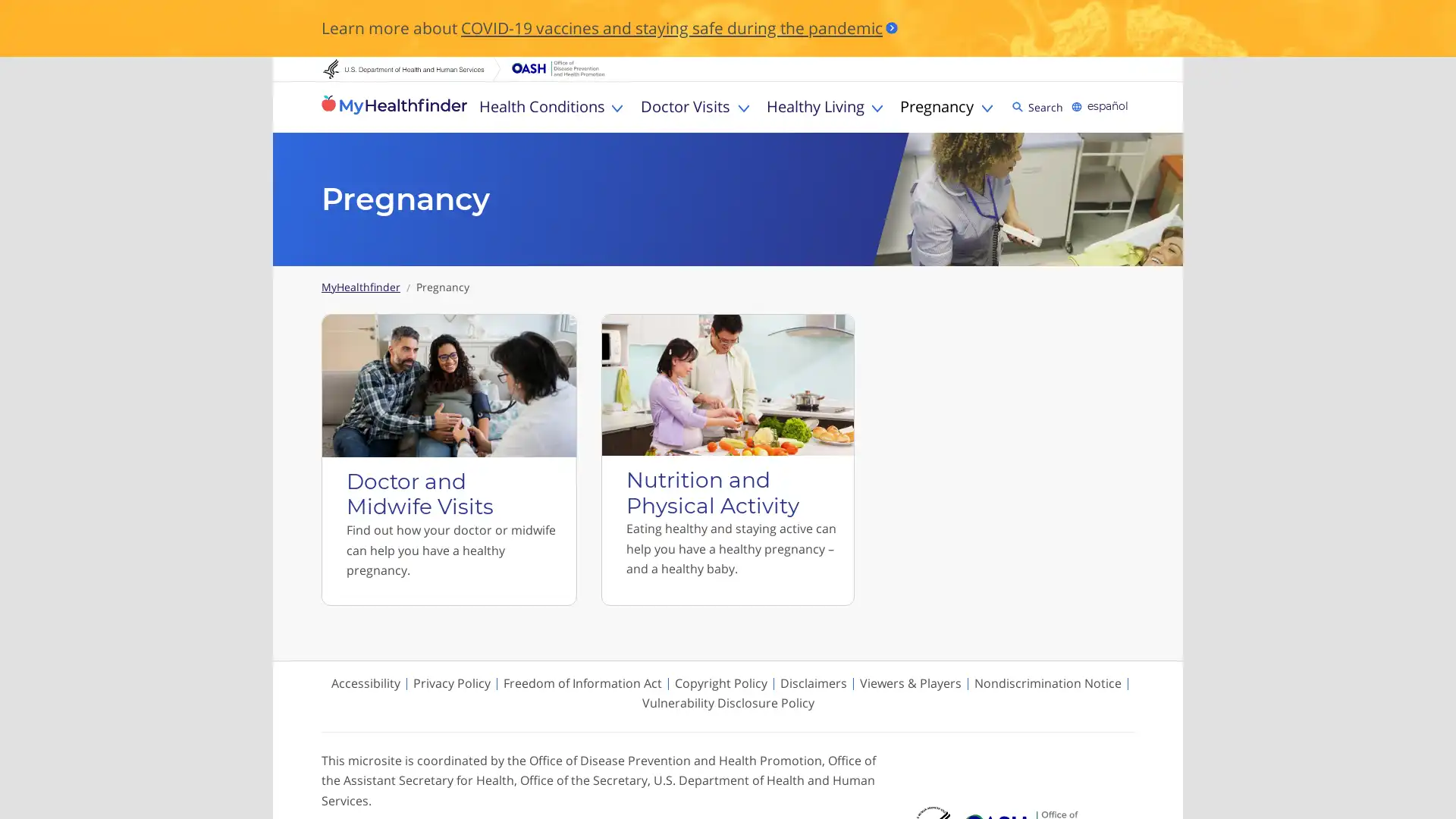 This screenshot has width=1456, height=819. I want to click on Toggle Doctor Visits sub menu, so click(742, 106).